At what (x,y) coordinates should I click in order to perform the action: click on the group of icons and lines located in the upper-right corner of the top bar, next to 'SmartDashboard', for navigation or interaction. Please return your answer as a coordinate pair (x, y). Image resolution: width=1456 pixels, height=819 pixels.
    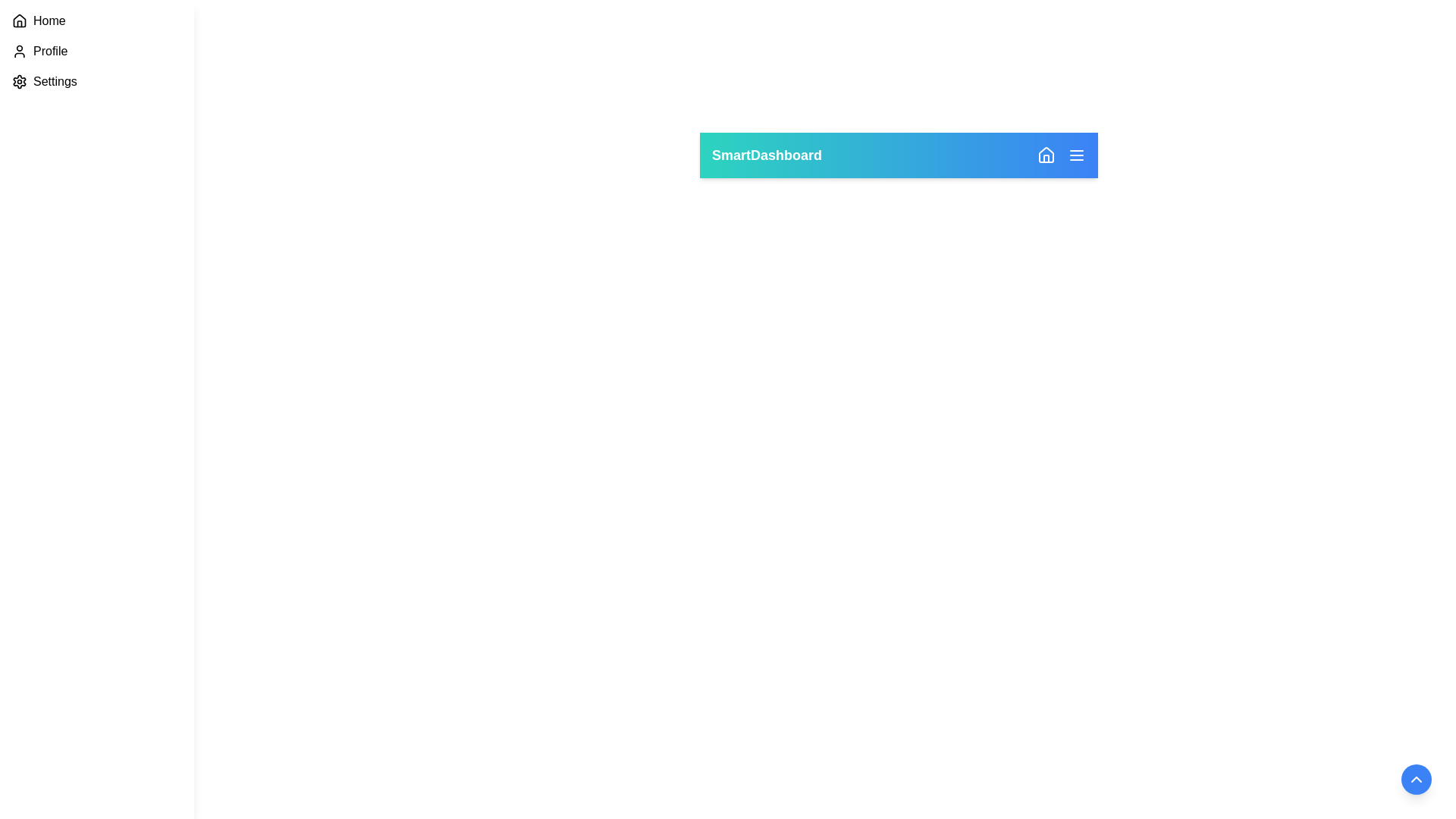
    Looking at the image, I should click on (1061, 155).